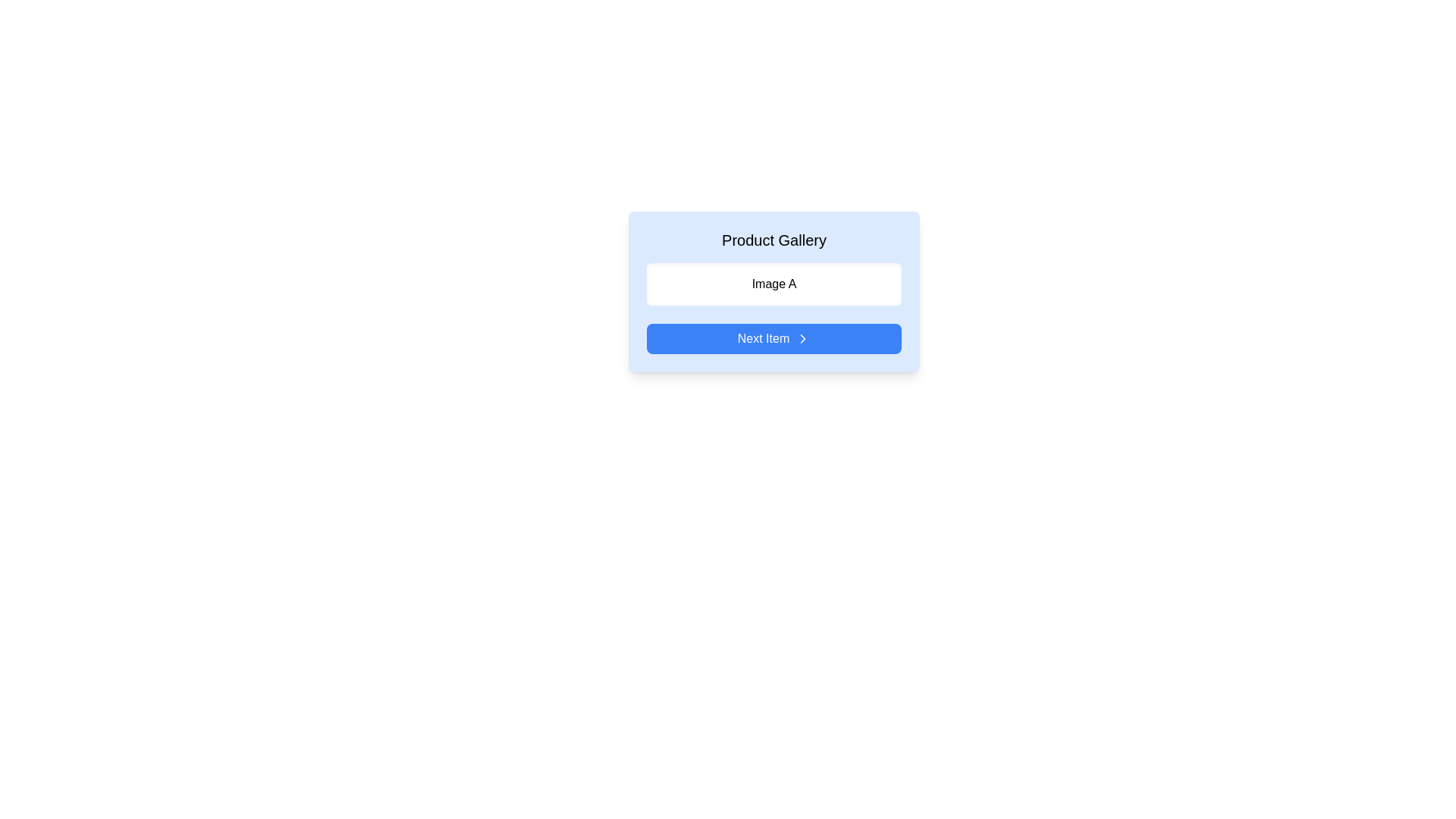  What do you see at coordinates (802, 337) in the screenshot?
I see `the small right-facing chevron icon adjacent to the 'Next Item' text on the blue button` at bounding box center [802, 337].